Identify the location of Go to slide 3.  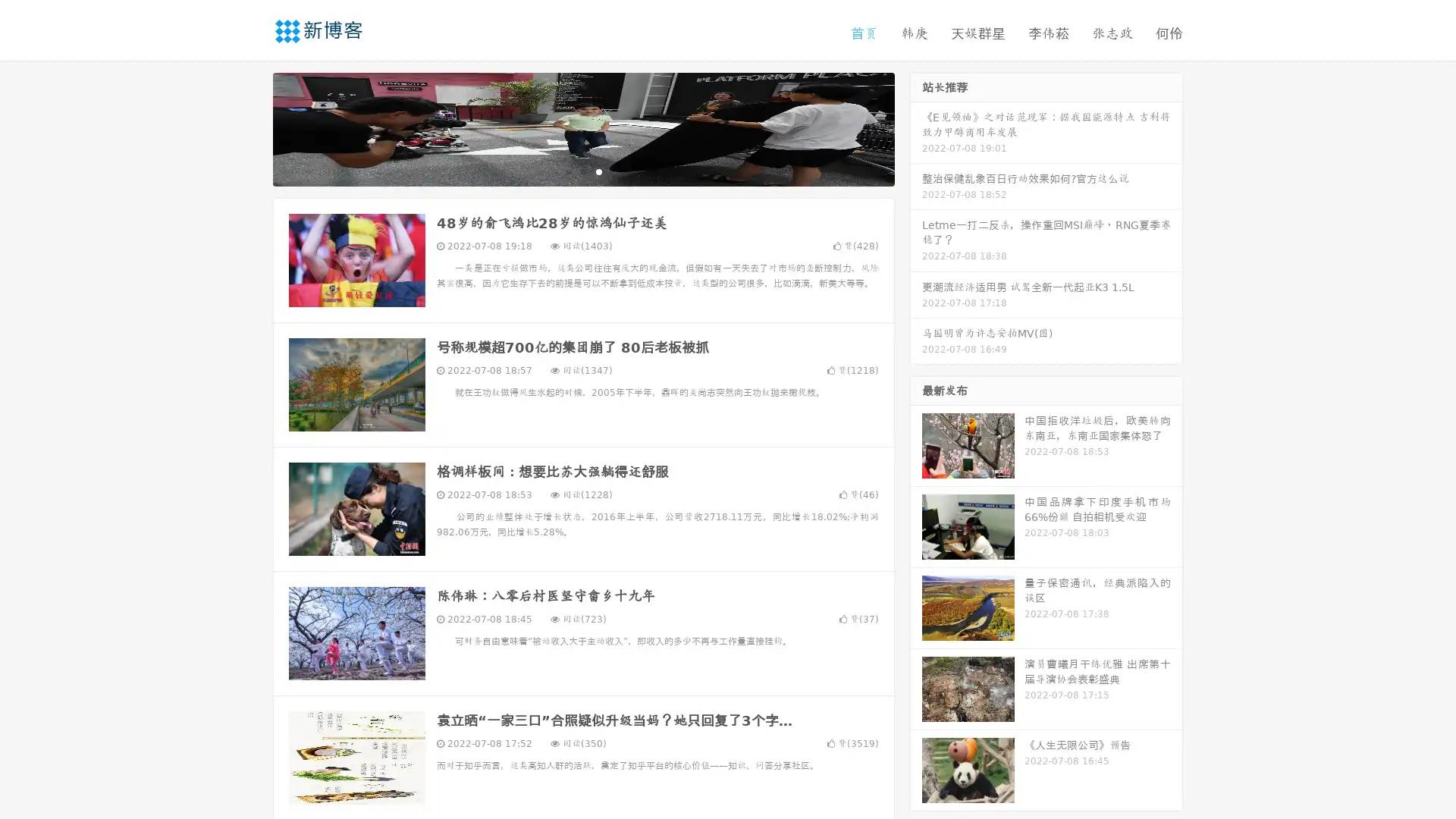
(598, 171).